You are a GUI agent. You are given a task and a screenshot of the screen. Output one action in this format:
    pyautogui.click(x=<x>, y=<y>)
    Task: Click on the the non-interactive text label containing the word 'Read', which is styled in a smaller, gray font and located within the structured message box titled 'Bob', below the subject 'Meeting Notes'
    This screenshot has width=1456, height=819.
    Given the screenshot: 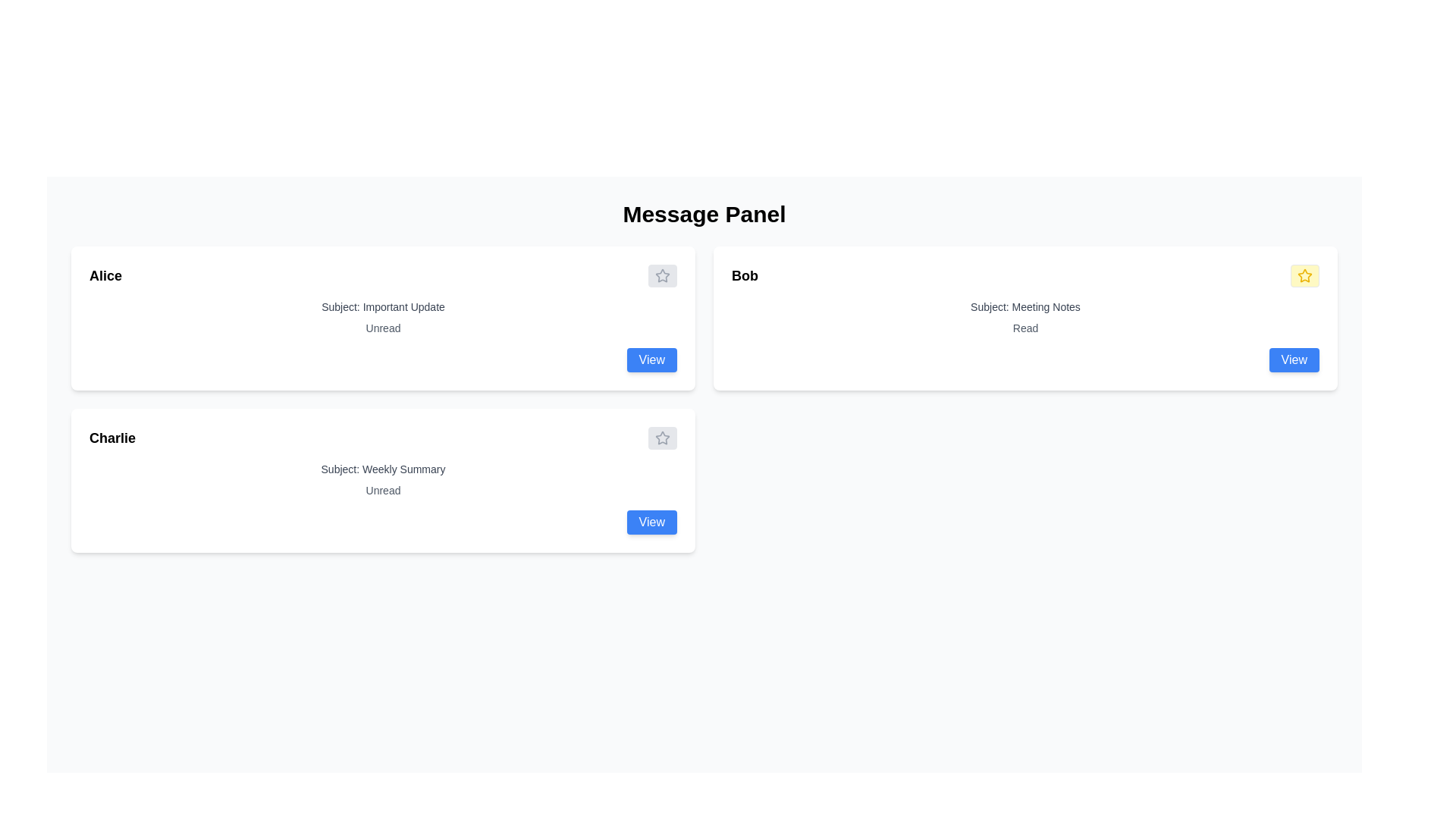 What is the action you would take?
    pyautogui.click(x=1025, y=327)
    